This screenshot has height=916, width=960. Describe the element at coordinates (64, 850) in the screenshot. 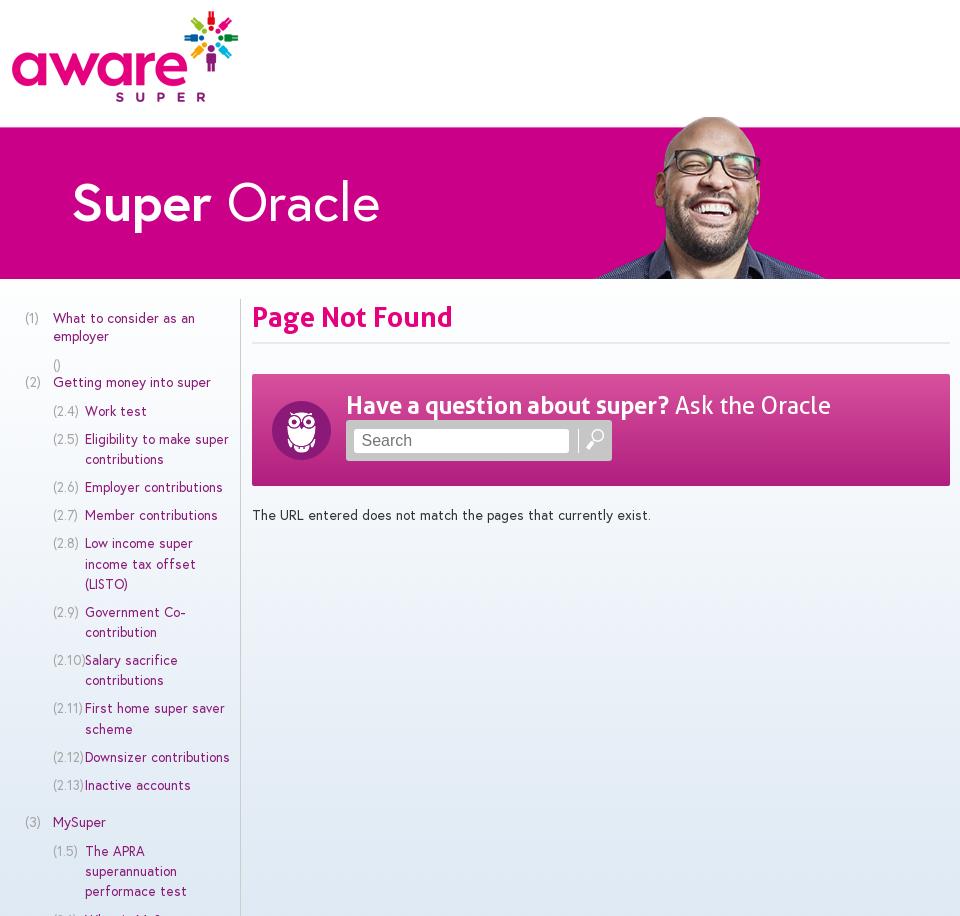

I see `'(1.5)'` at that location.